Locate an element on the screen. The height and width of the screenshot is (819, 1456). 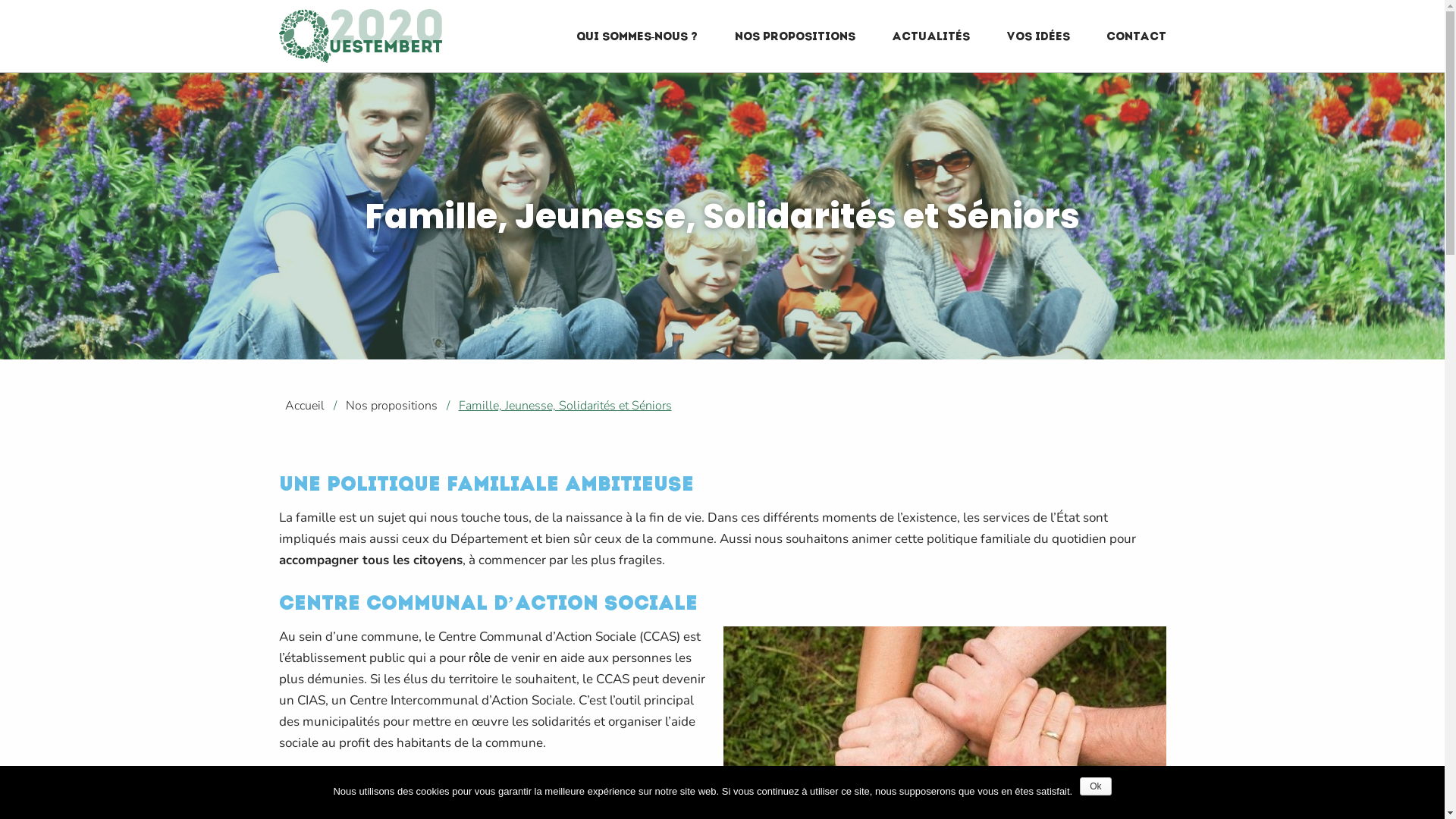
'Nos propositions' is located at coordinates (338, 405).